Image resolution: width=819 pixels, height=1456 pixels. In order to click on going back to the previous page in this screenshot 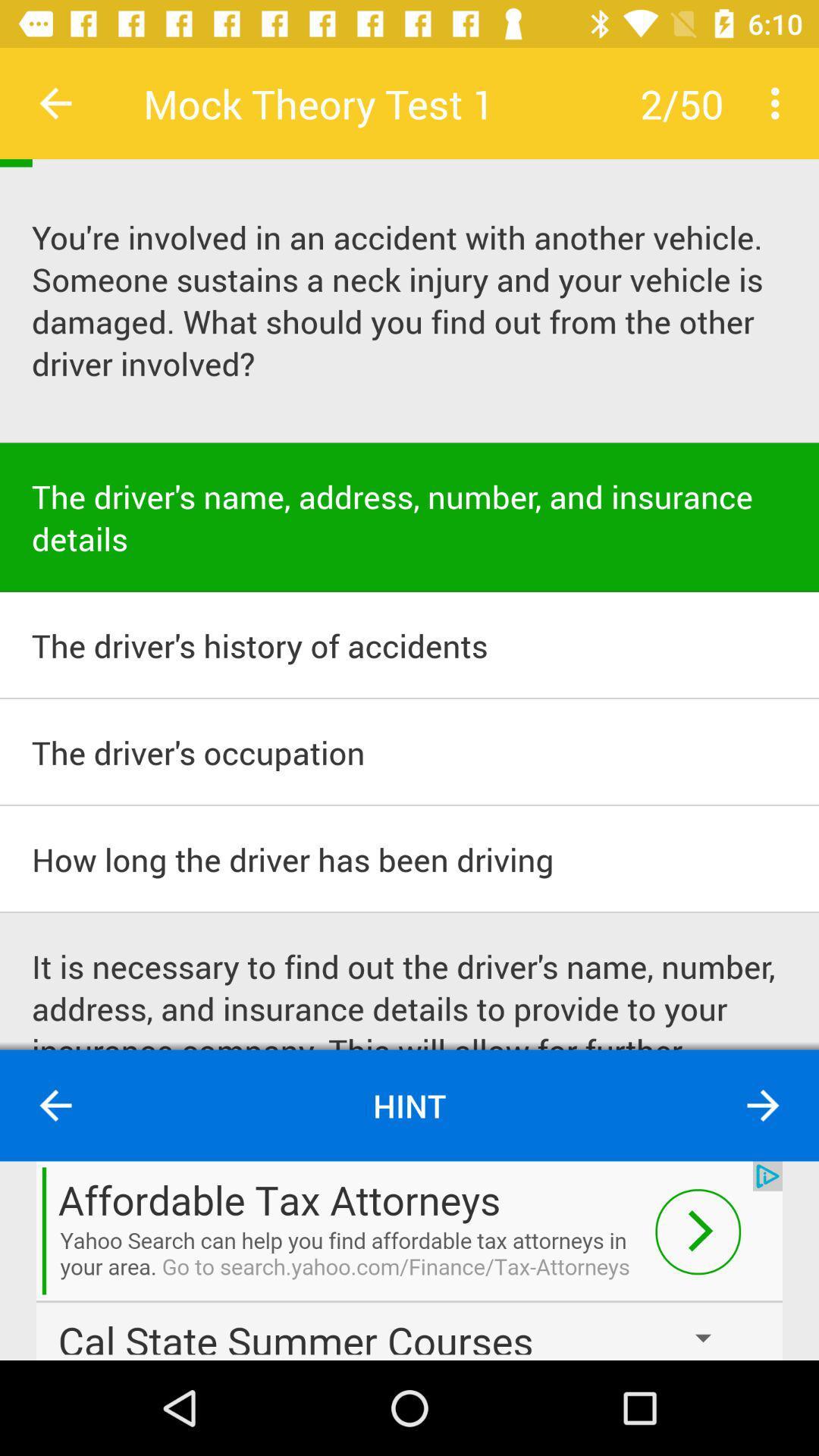, I will do `click(55, 102)`.